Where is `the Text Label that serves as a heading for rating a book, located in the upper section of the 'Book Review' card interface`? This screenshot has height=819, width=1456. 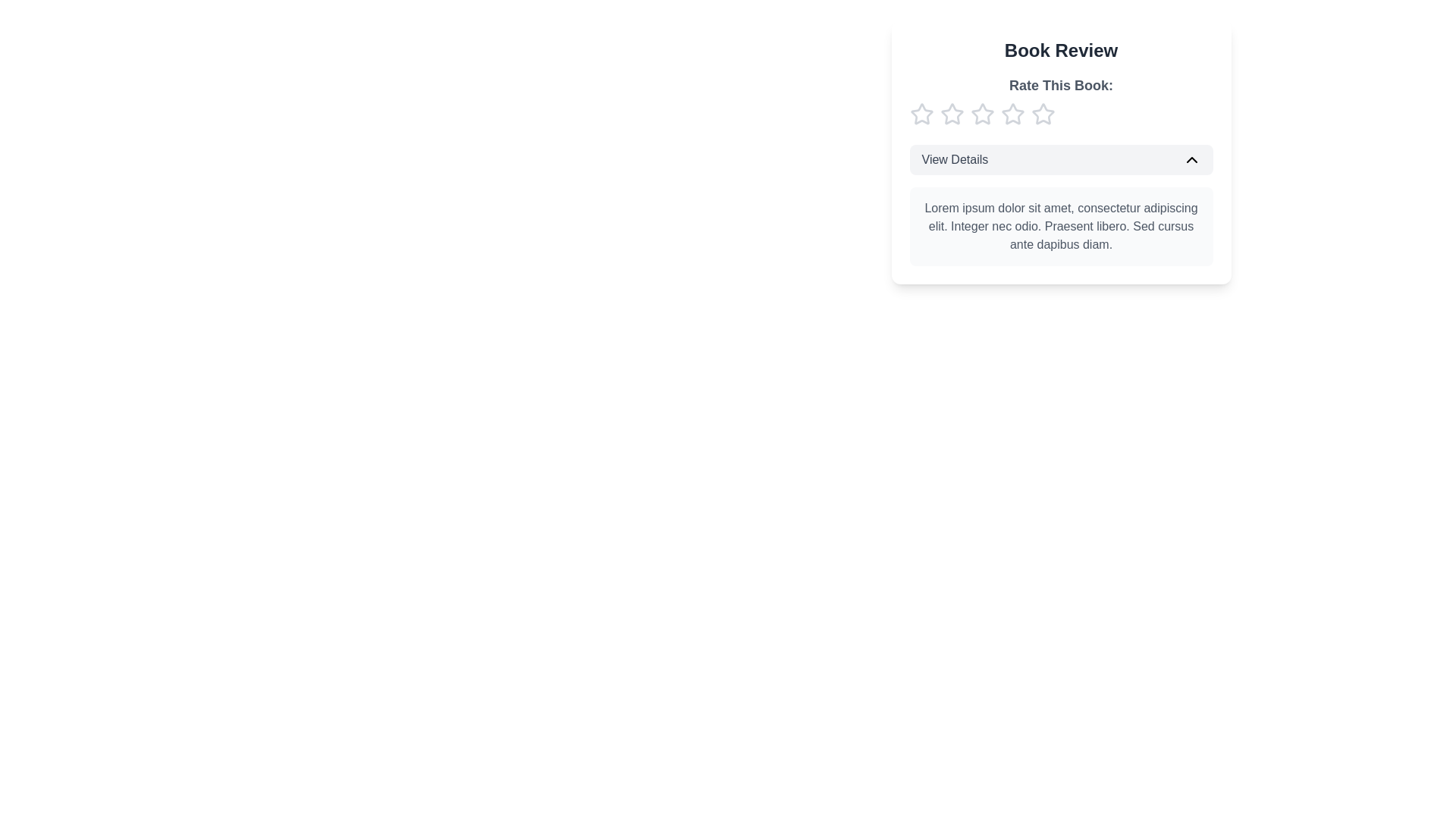
the Text Label that serves as a heading for rating a book, located in the upper section of the 'Book Review' card interface is located at coordinates (1060, 85).